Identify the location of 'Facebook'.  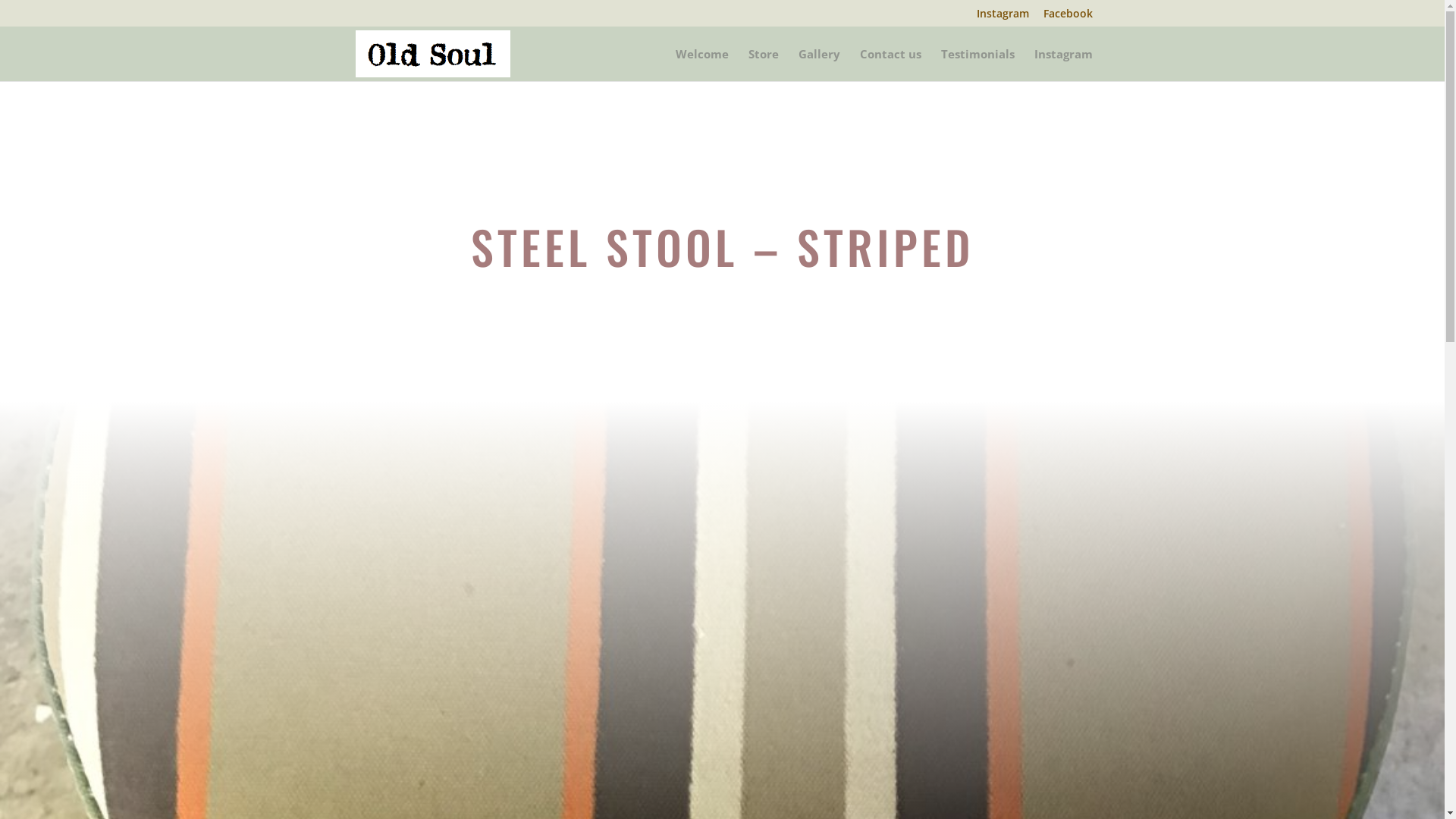
(1067, 17).